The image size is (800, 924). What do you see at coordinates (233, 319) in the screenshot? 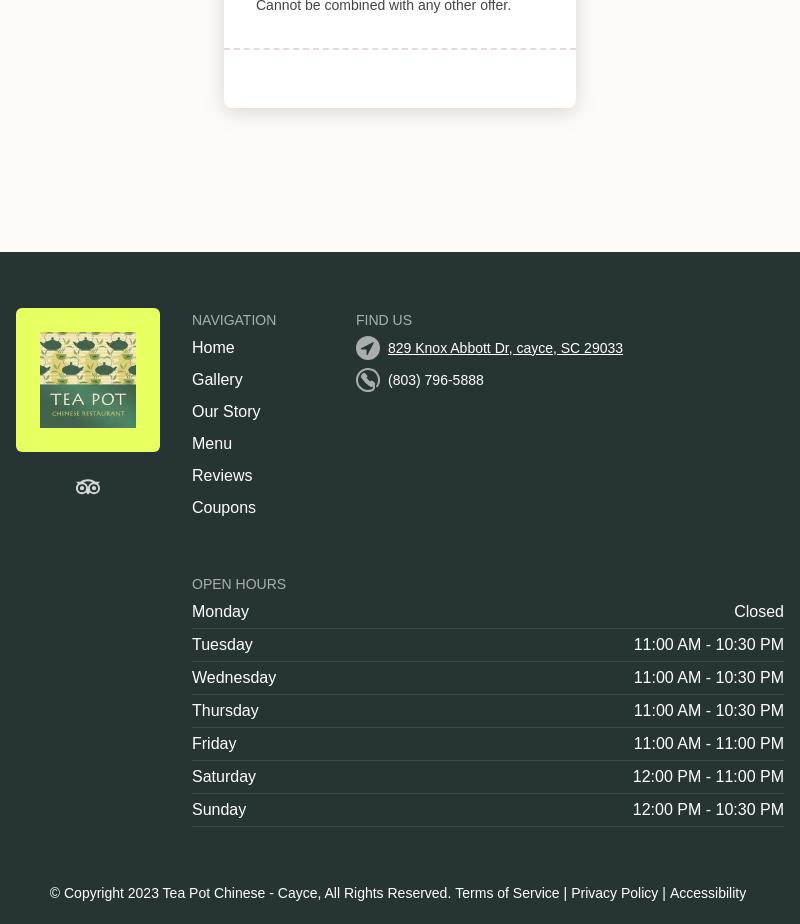
I see `'Navigation'` at bounding box center [233, 319].